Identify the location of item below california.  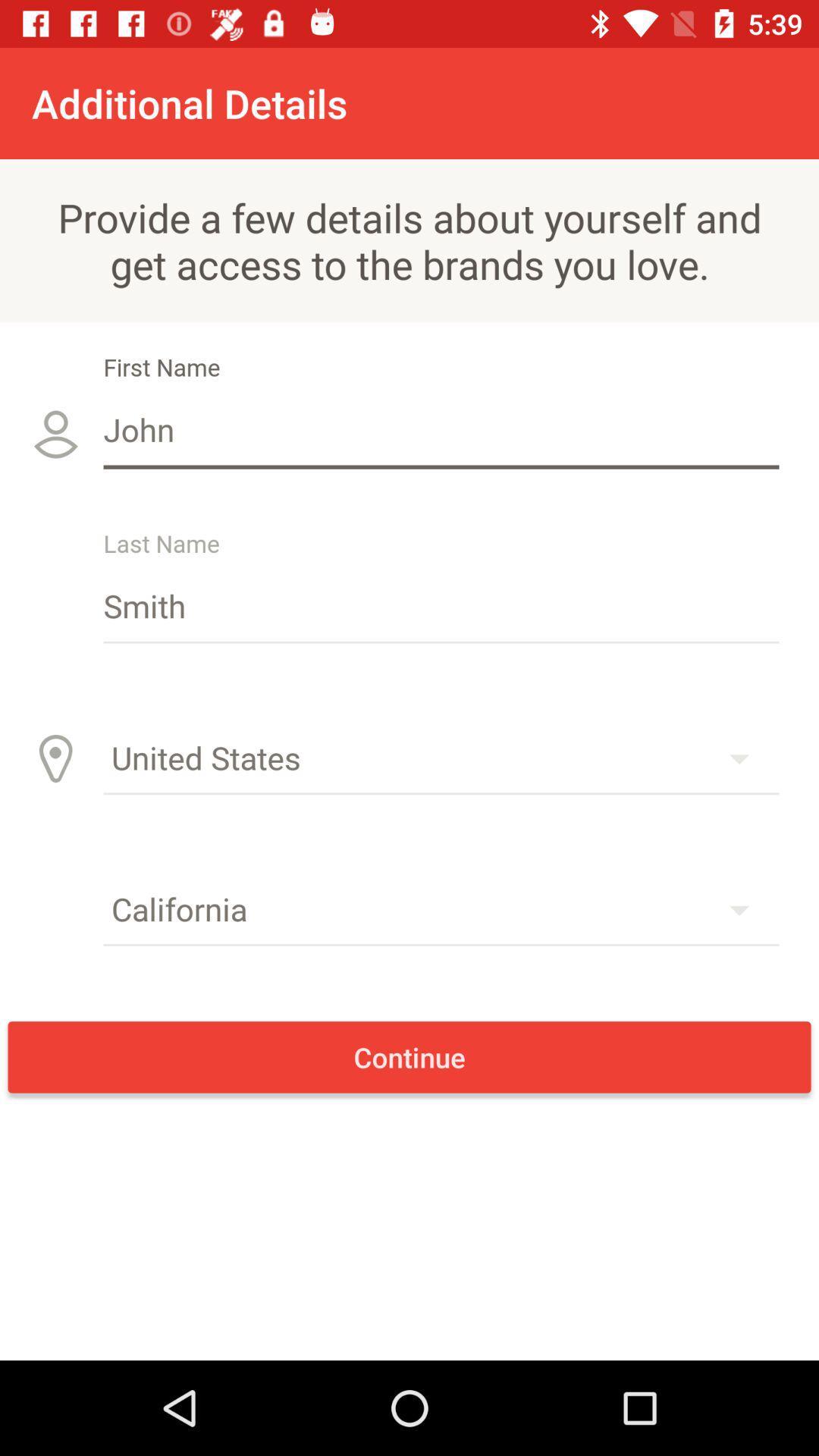
(409, 1056).